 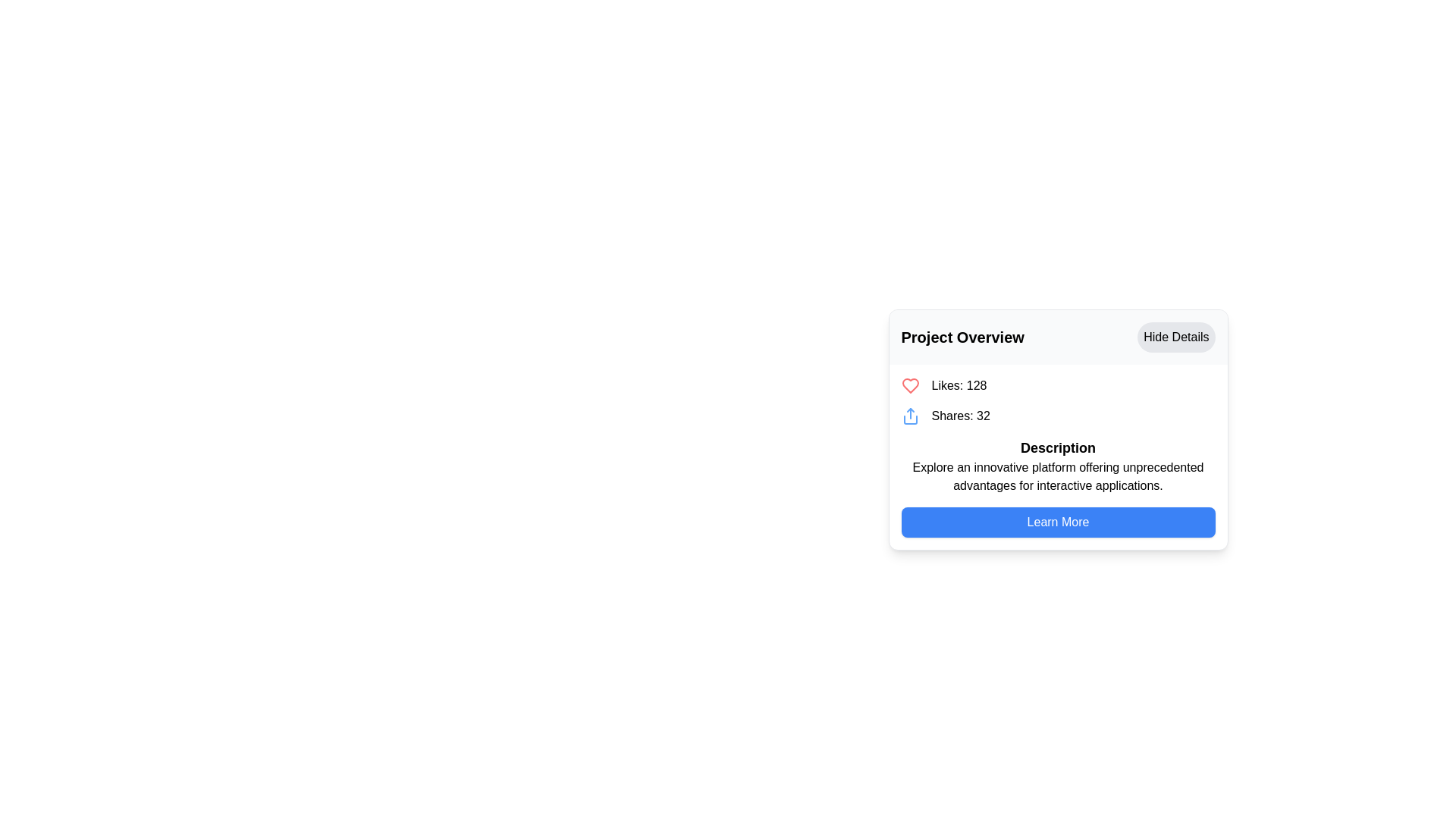 I want to click on the like or favorite icon located in the upper section of the card-like UI component, adjacent to the social counts text, so click(x=910, y=385).